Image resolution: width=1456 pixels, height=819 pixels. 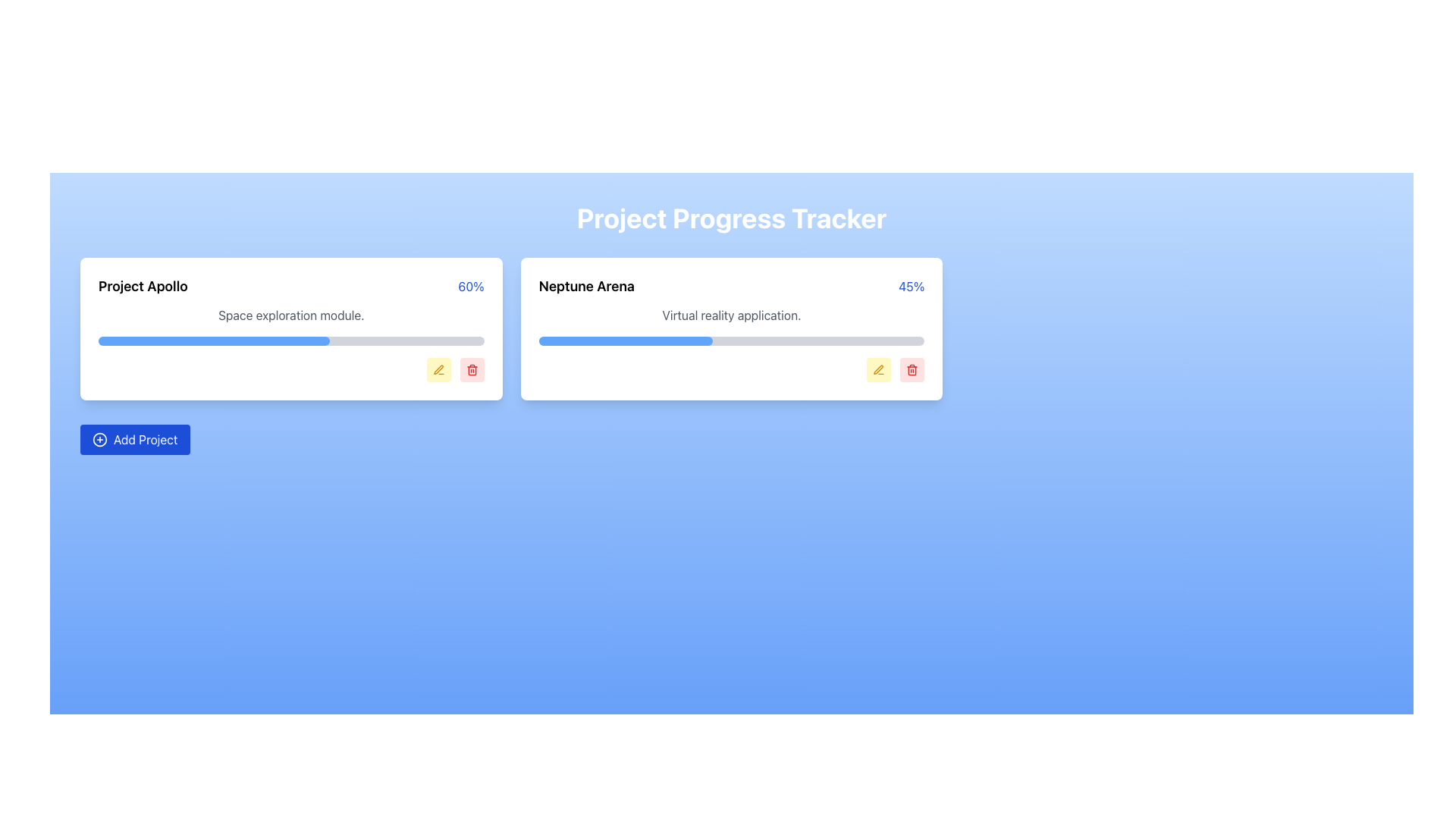 What do you see at coordinates (911, 287) in the screenshot?
I see `the '45%' text label in blue font, which is positioned in the upper-right corner of the 'Neptune Arena' card to trigger a tooltip` at bounding box center [911, 287].